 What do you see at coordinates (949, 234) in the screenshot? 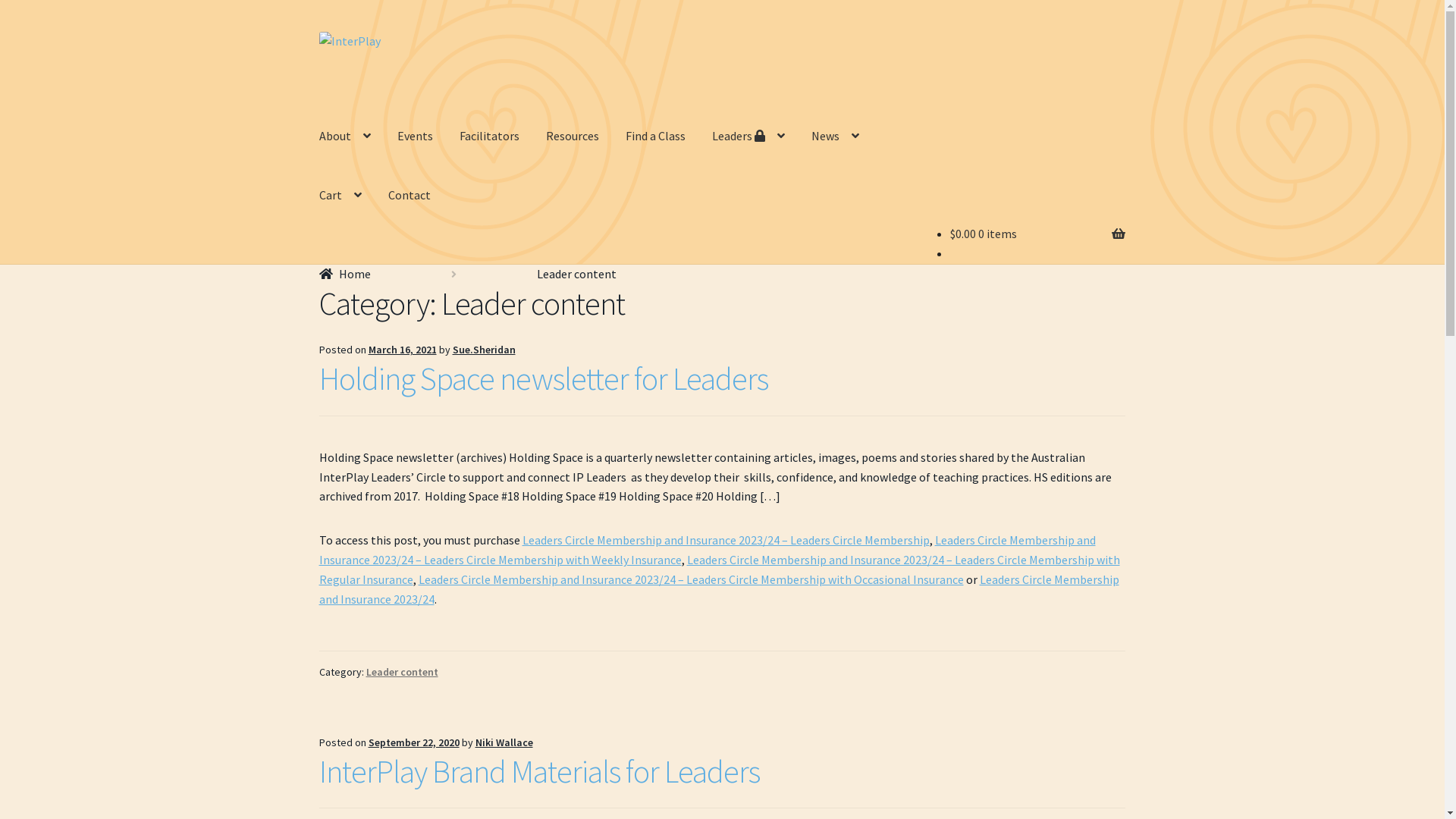
I see `'$0.00 0 items'` at bounding box center [949, 234].